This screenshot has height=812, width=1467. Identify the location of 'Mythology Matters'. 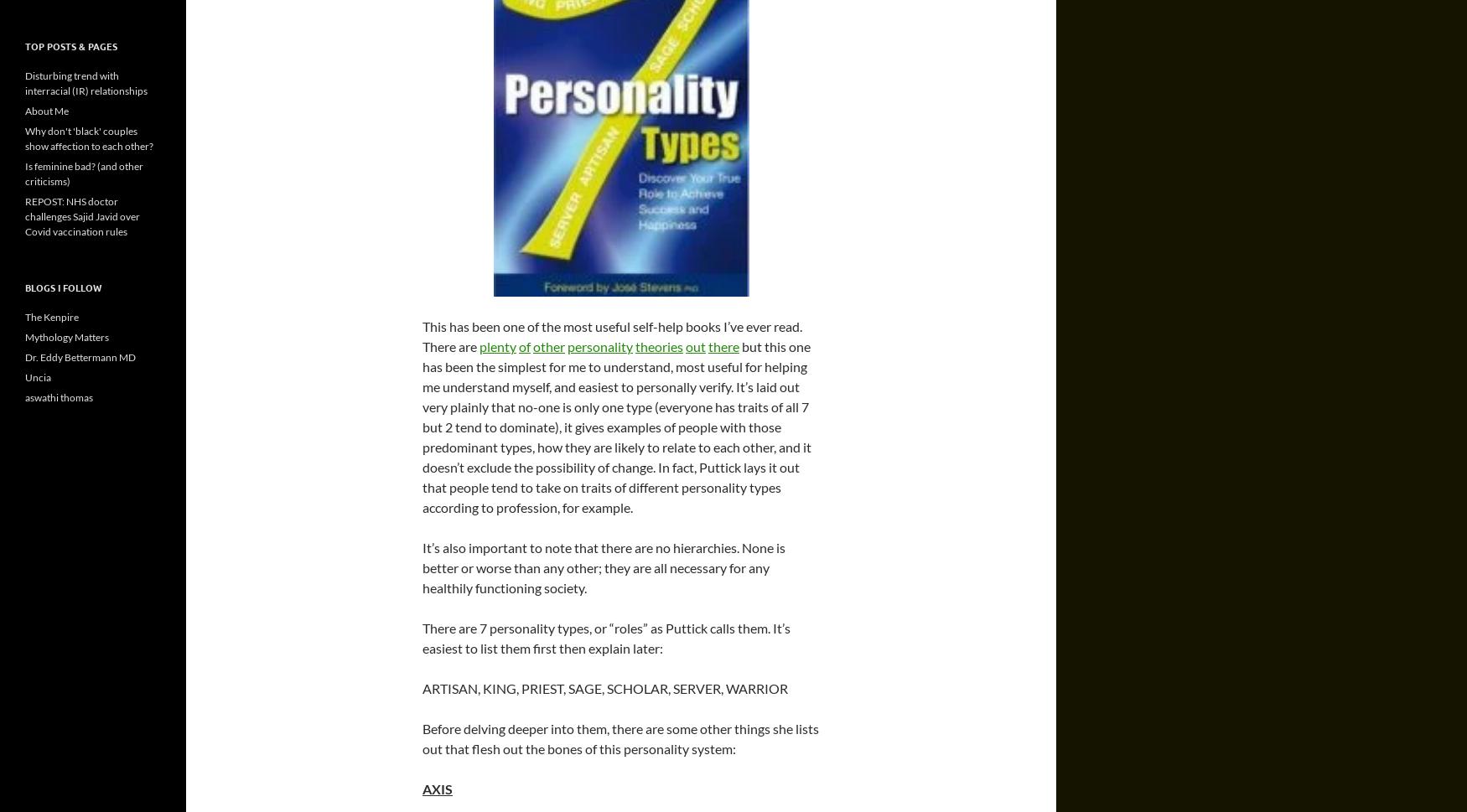
(66, 335).